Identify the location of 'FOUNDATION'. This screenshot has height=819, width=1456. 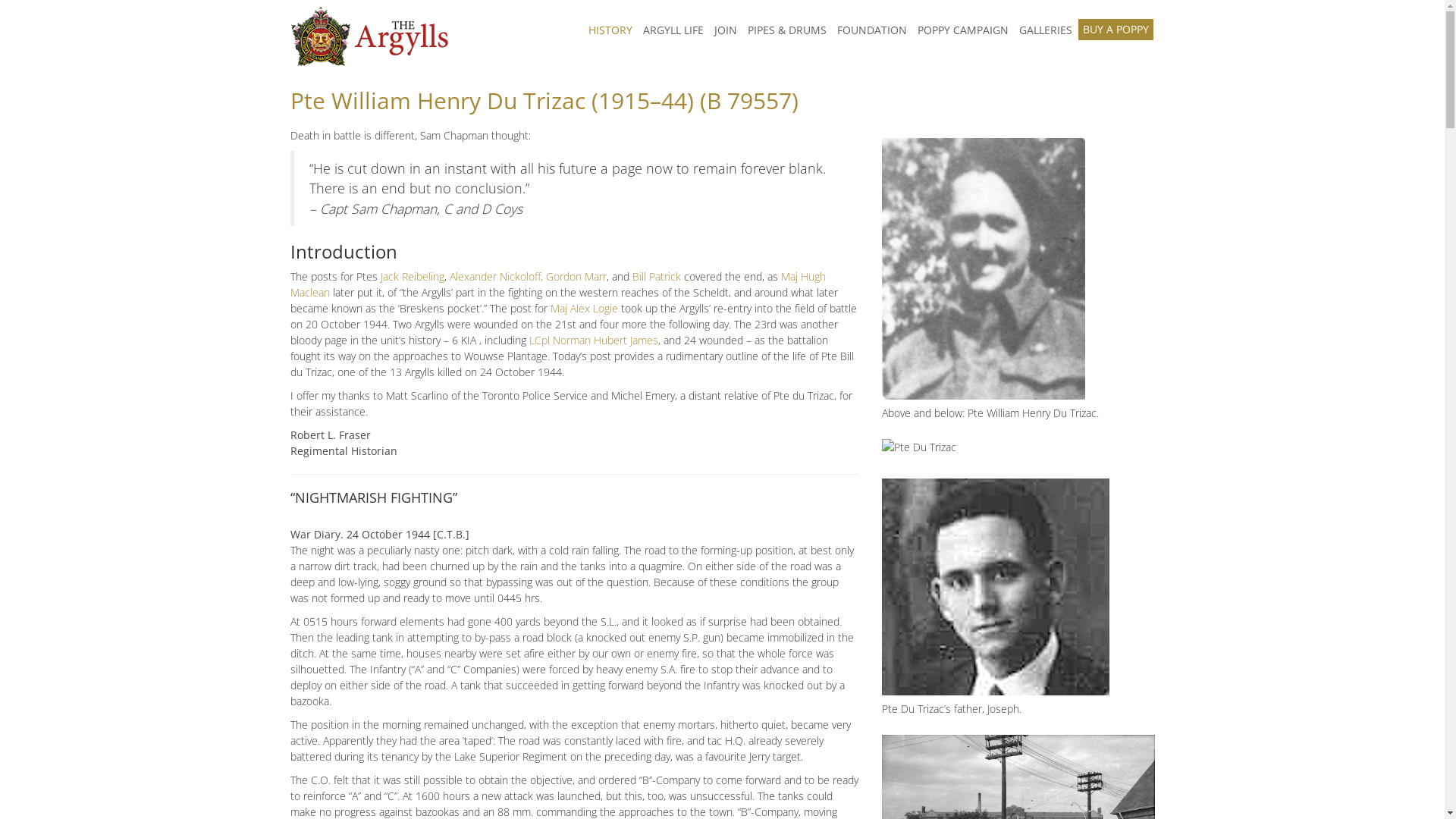
(871, 30).